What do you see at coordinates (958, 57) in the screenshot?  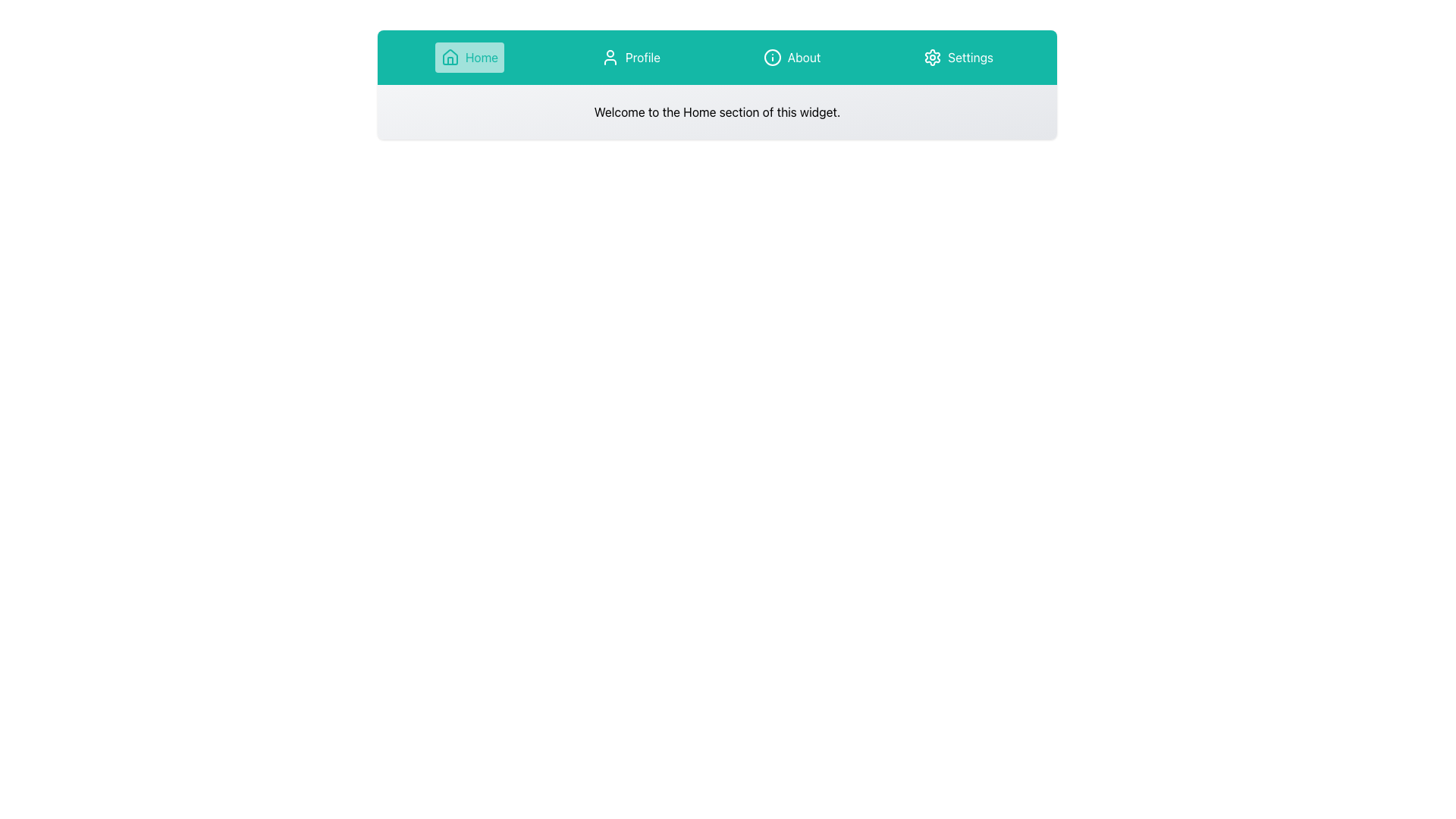 I see `the 'Settings' button, which is a teal rectangular button with white text and a gear icon, located at the far right of the top navigation bar` at bounding box center [958, 57].